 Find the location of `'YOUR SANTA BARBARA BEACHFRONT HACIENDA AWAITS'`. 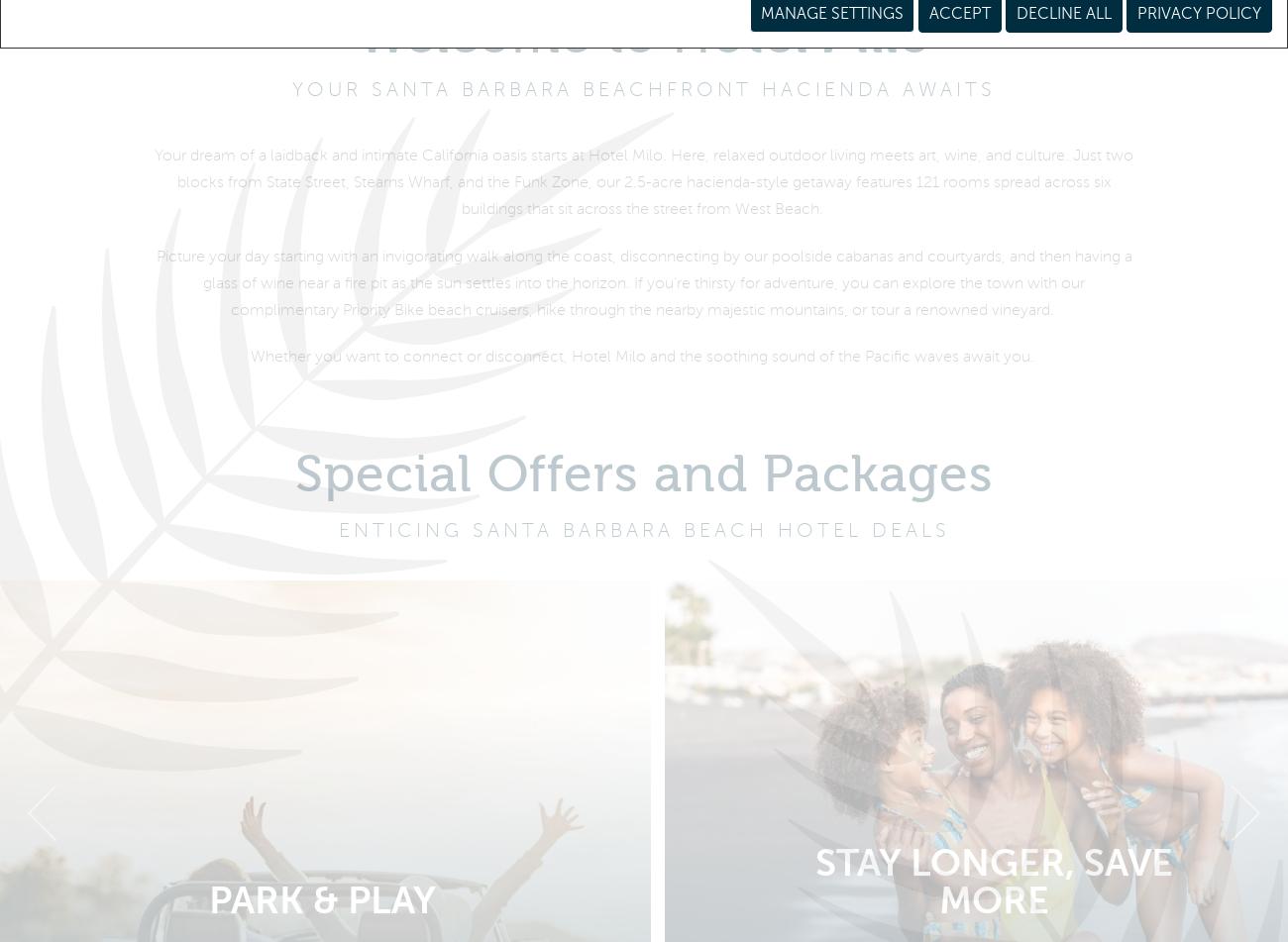

'YOUR SANTA BARBARA BEACHFRONT HACIENDA AWAITS' is located at coordinates (644, 103).